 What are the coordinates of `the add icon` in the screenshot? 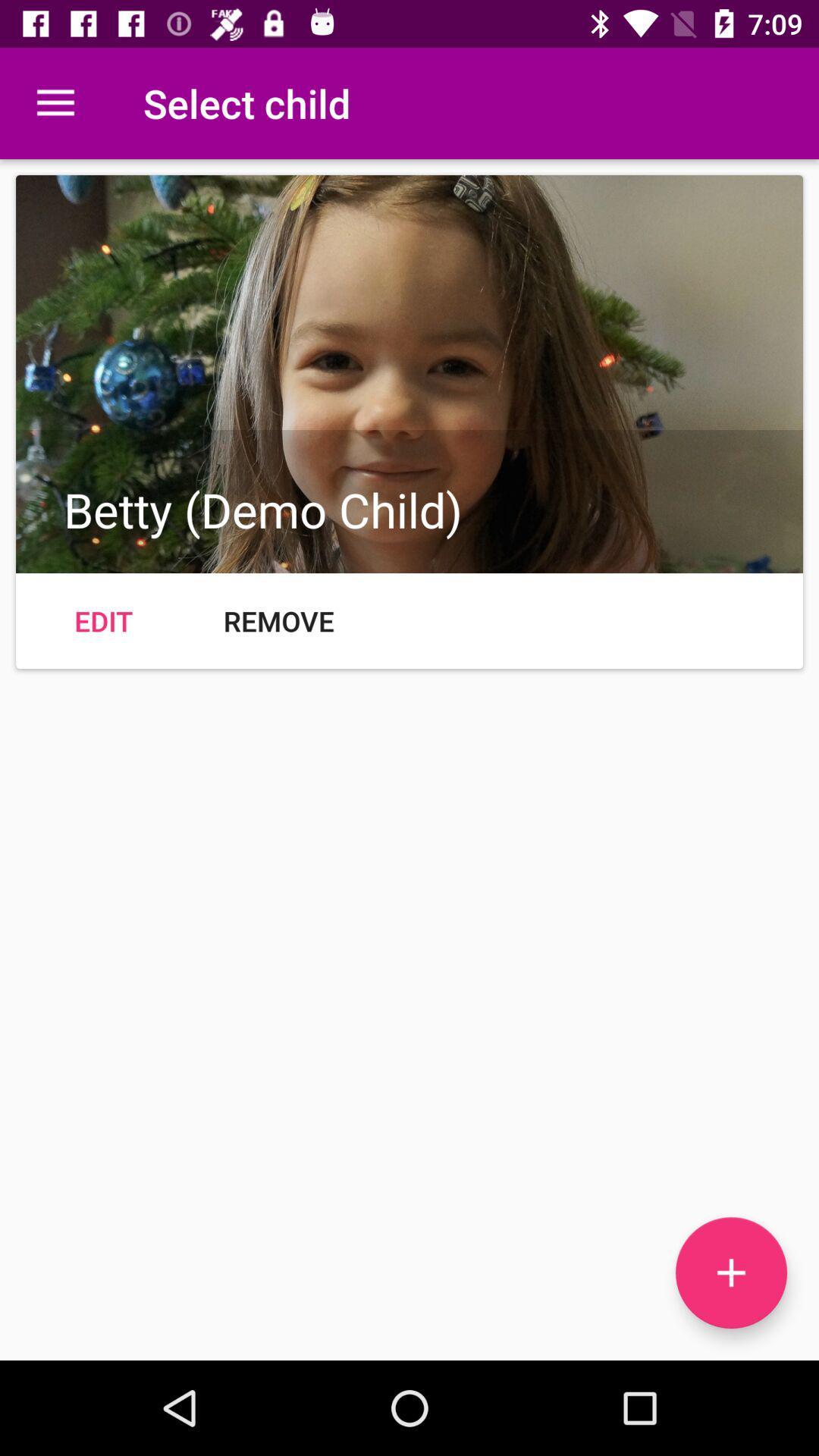 It's located at (730, 1272).